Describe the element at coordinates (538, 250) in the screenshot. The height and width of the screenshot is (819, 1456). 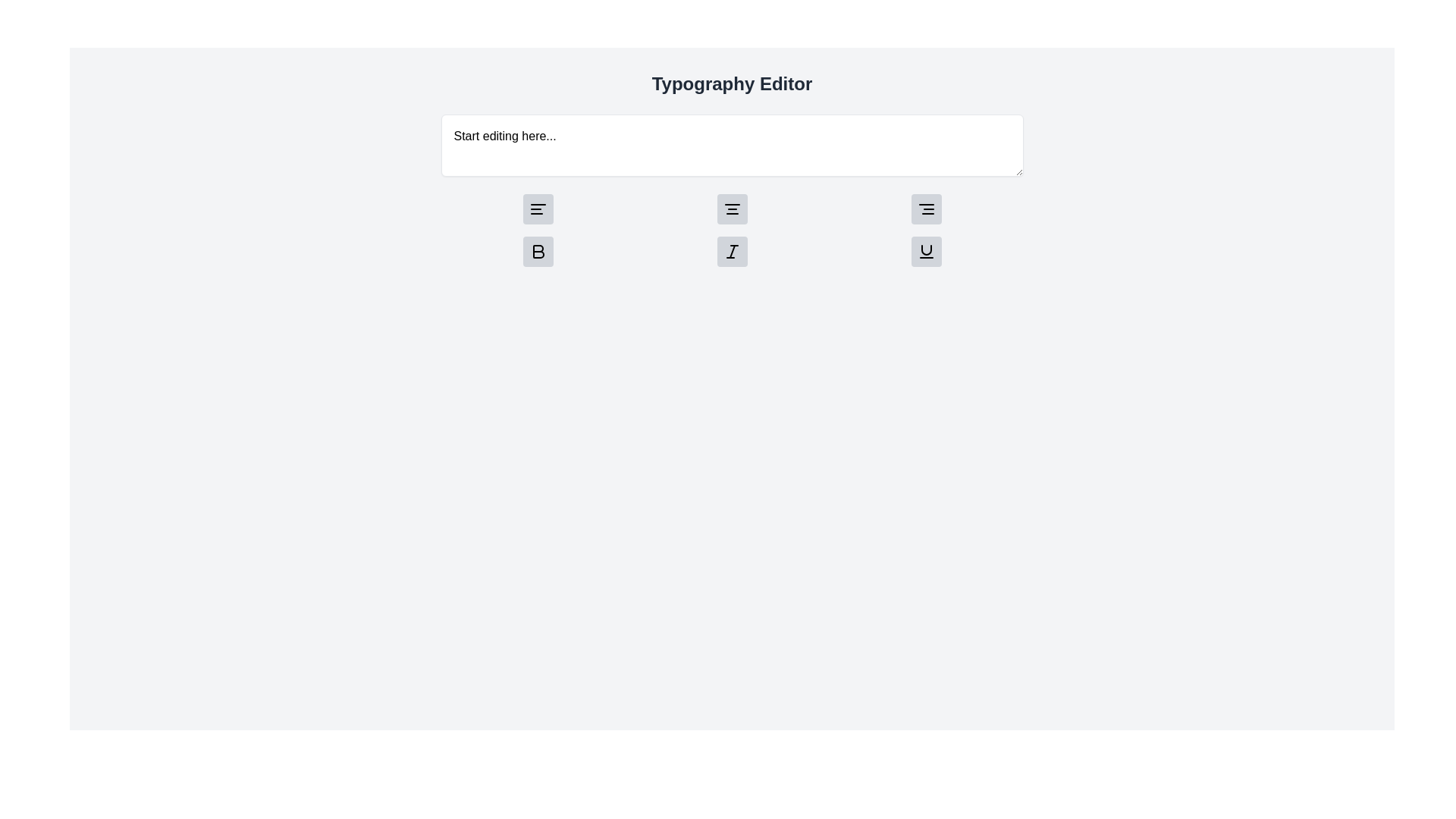
I see `the second button in the formatting tools row, which toggles bold formatting for selected text` at that location.